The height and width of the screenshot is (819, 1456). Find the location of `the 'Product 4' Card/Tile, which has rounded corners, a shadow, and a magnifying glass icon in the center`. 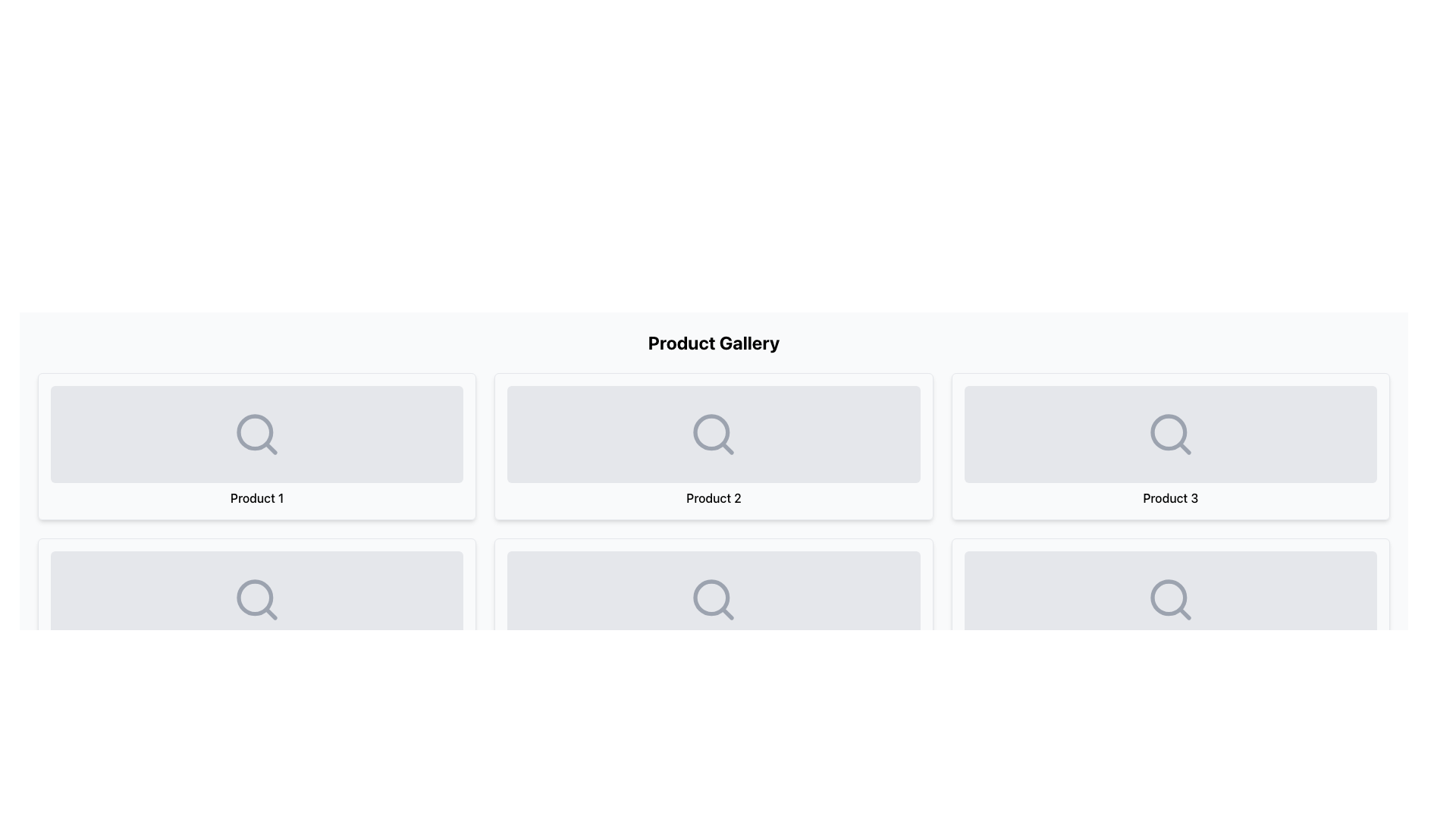

the 'Product 4' Card/Tile, which has rounded corners, a shadow, and a magnifying glass icon in the center is located at coordinates (257, 610).